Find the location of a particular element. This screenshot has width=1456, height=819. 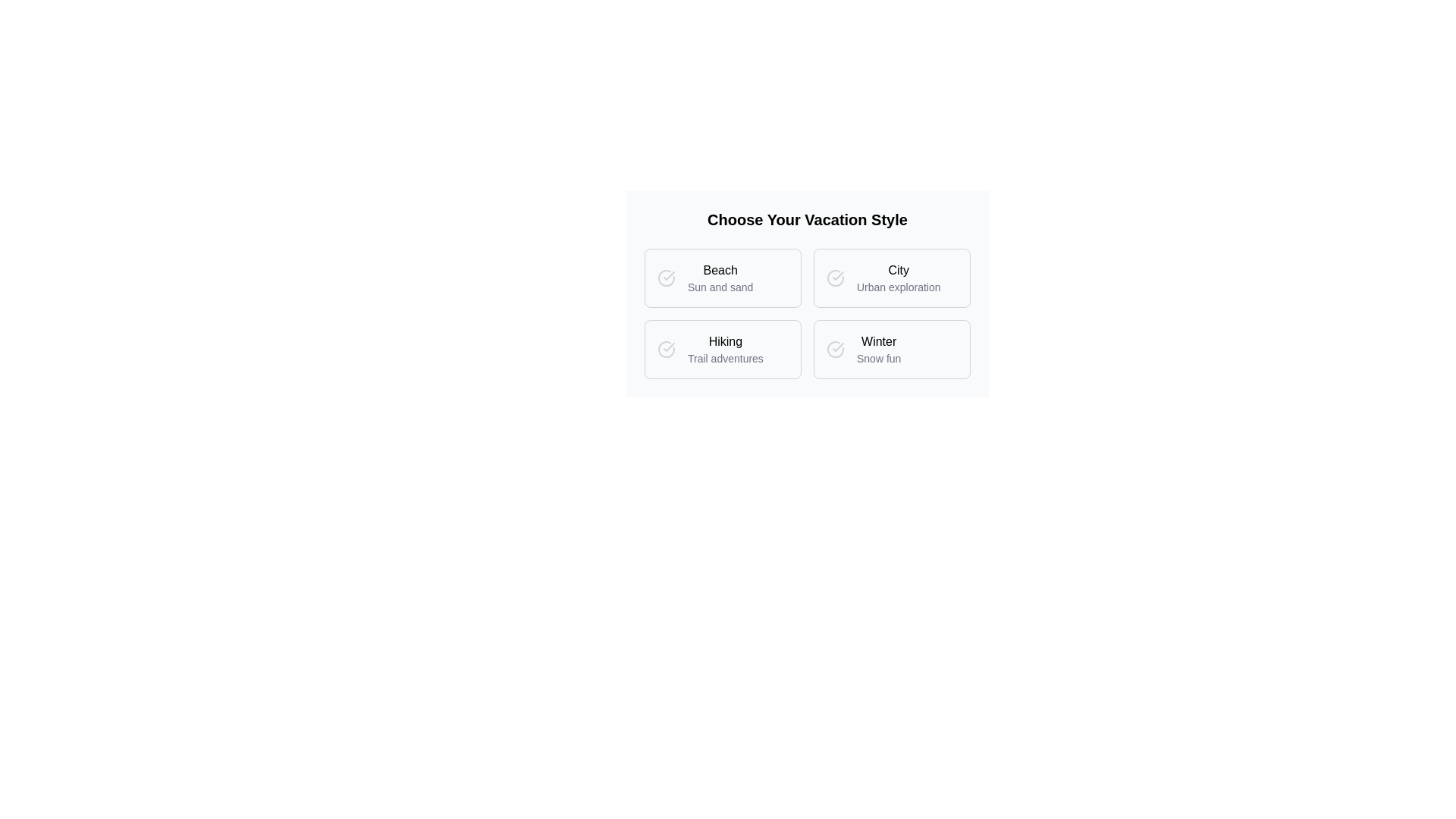

descriptive text label located underneath the 'Winter' title in the bottom-right quadrant of the layout within the 'Winter' card of the vacation style selector section is located at coordinates (879, 359).